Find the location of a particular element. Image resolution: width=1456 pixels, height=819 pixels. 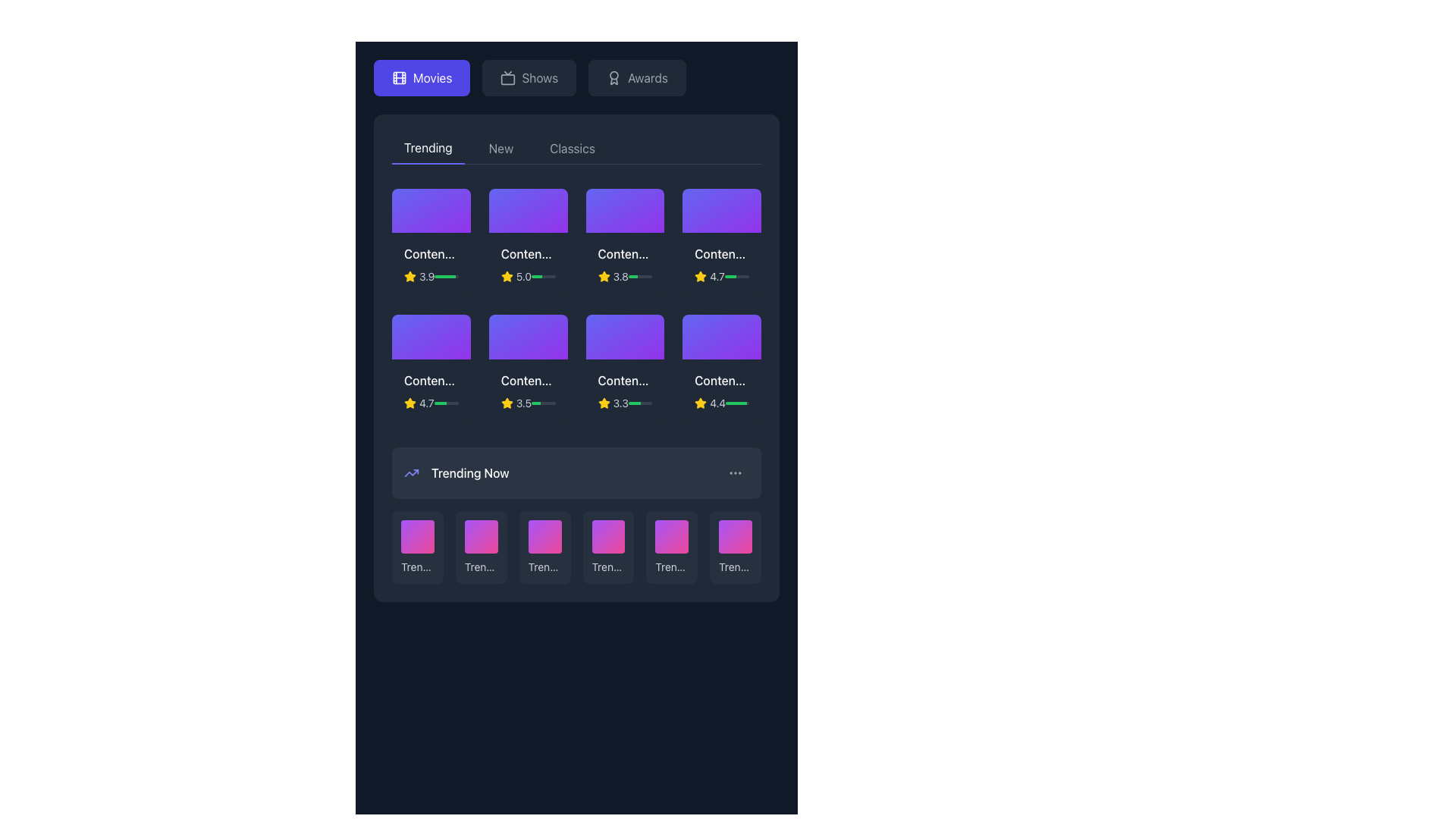

the vibrant yellow star icon representing a rating symbol next to the text '3.5' to highlight it is located at coordinates (507, 402).